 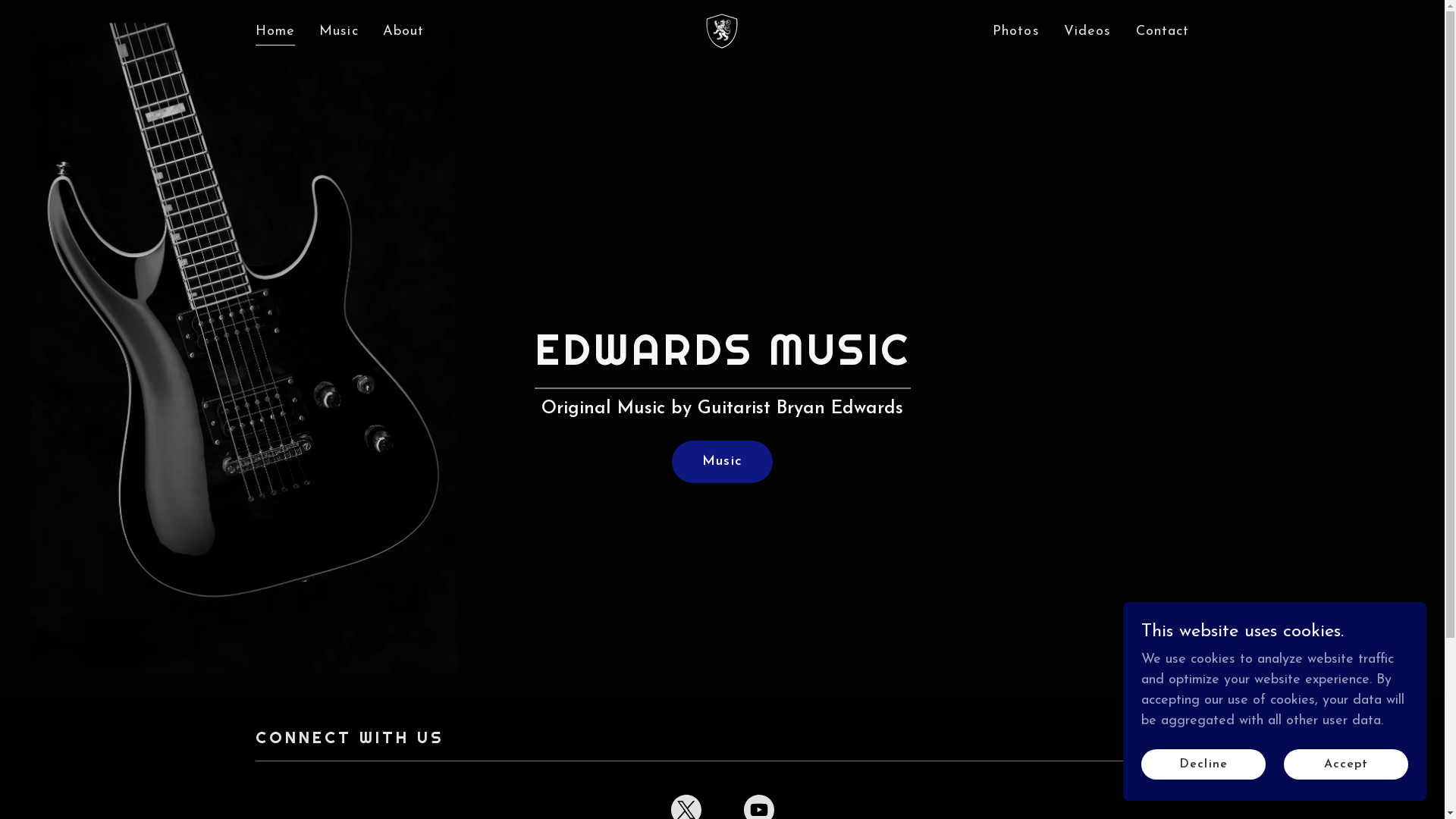 I want to click on 'Photos', so click(x=1015, y=31).